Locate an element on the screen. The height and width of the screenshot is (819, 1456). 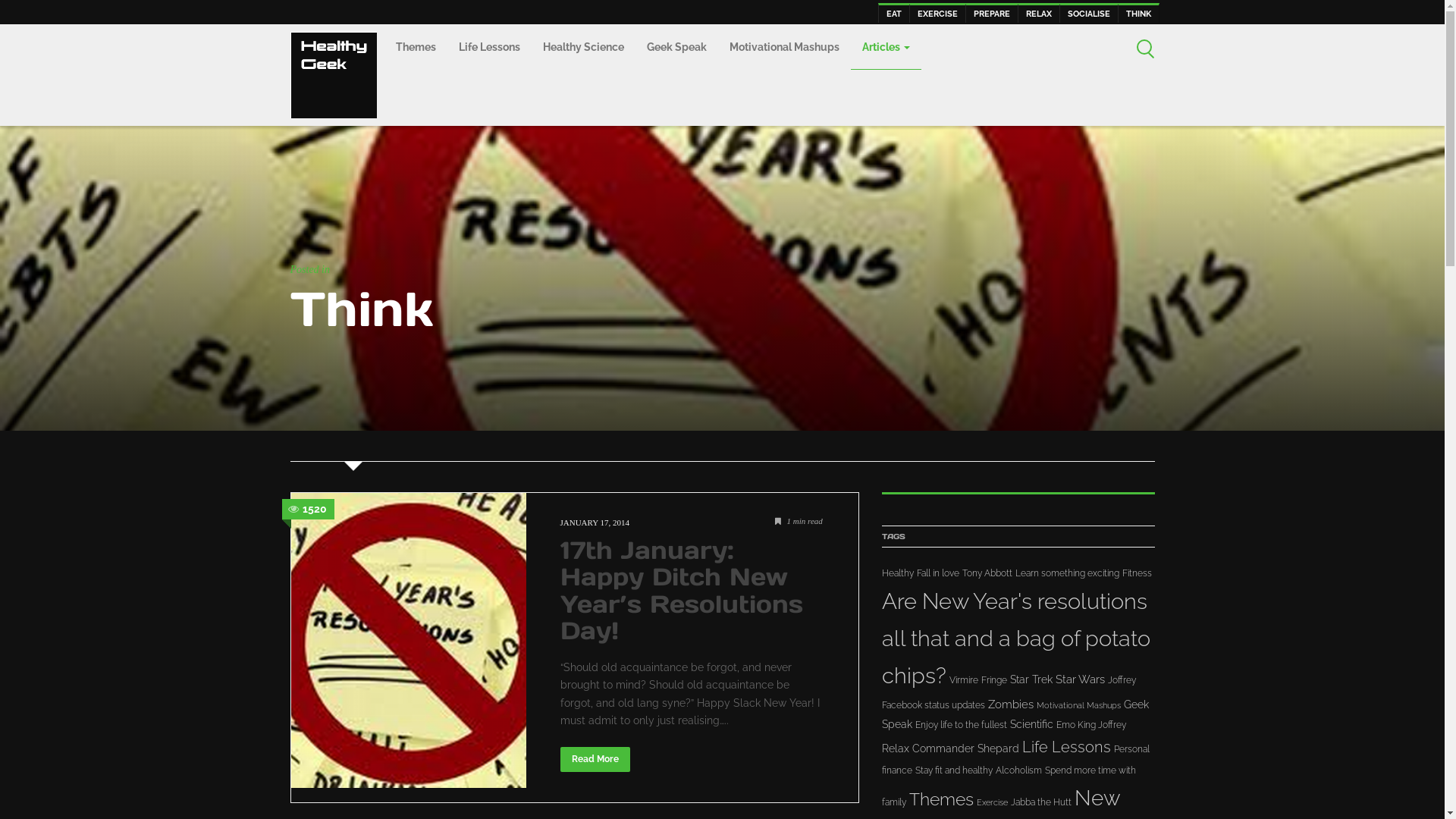
'Virmire' is located at coordinates (963, 679).